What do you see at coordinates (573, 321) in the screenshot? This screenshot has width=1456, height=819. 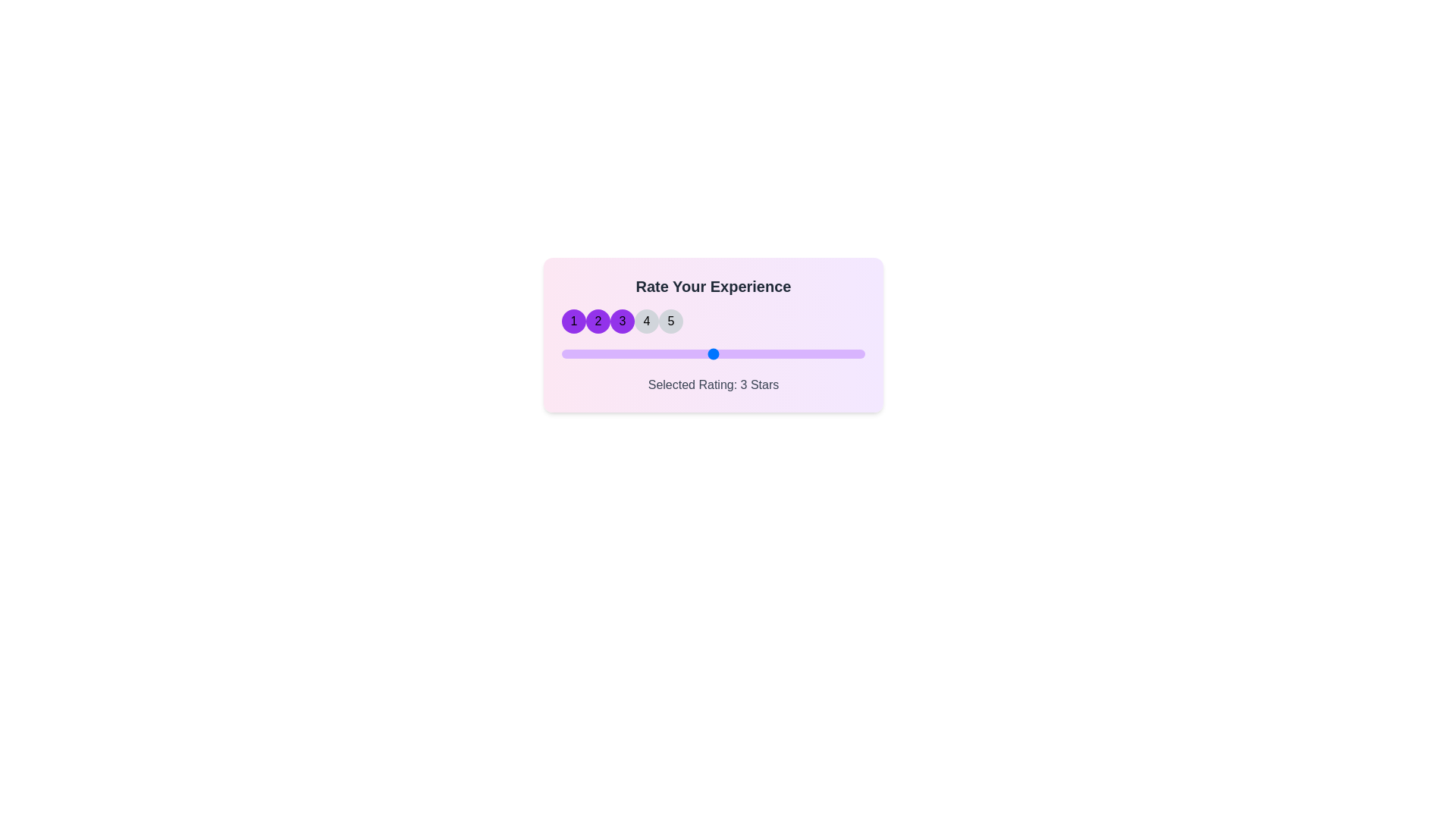 I see `the star corresponding to 1 to set the rating` at bounding box center [573, 321].